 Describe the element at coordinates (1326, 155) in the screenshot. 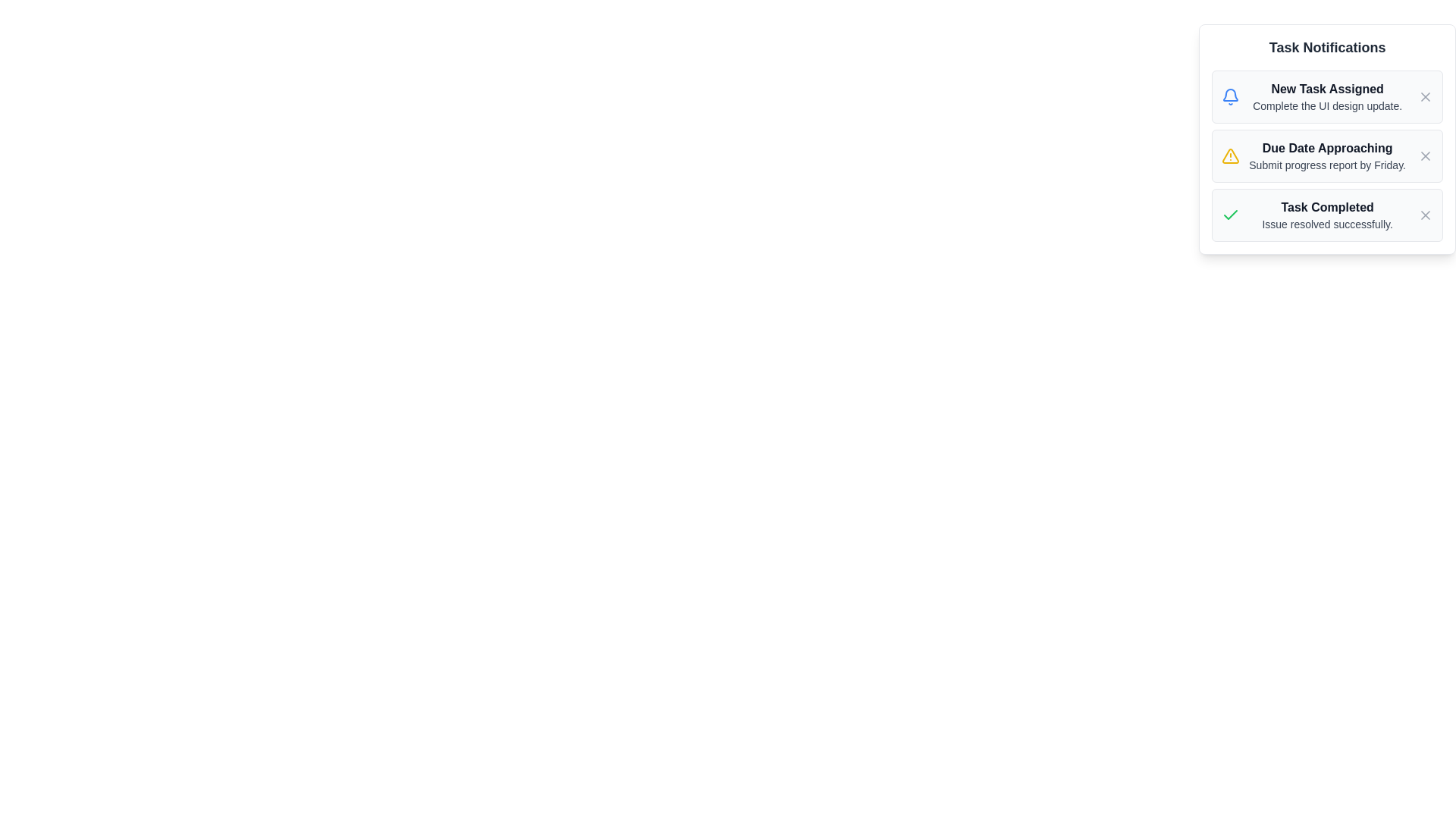

I see `the warning notification text display, which is the middle item in the notification panel, visually aligned with the yellow caution icon on the left and a close (X) button on the right` at that location.